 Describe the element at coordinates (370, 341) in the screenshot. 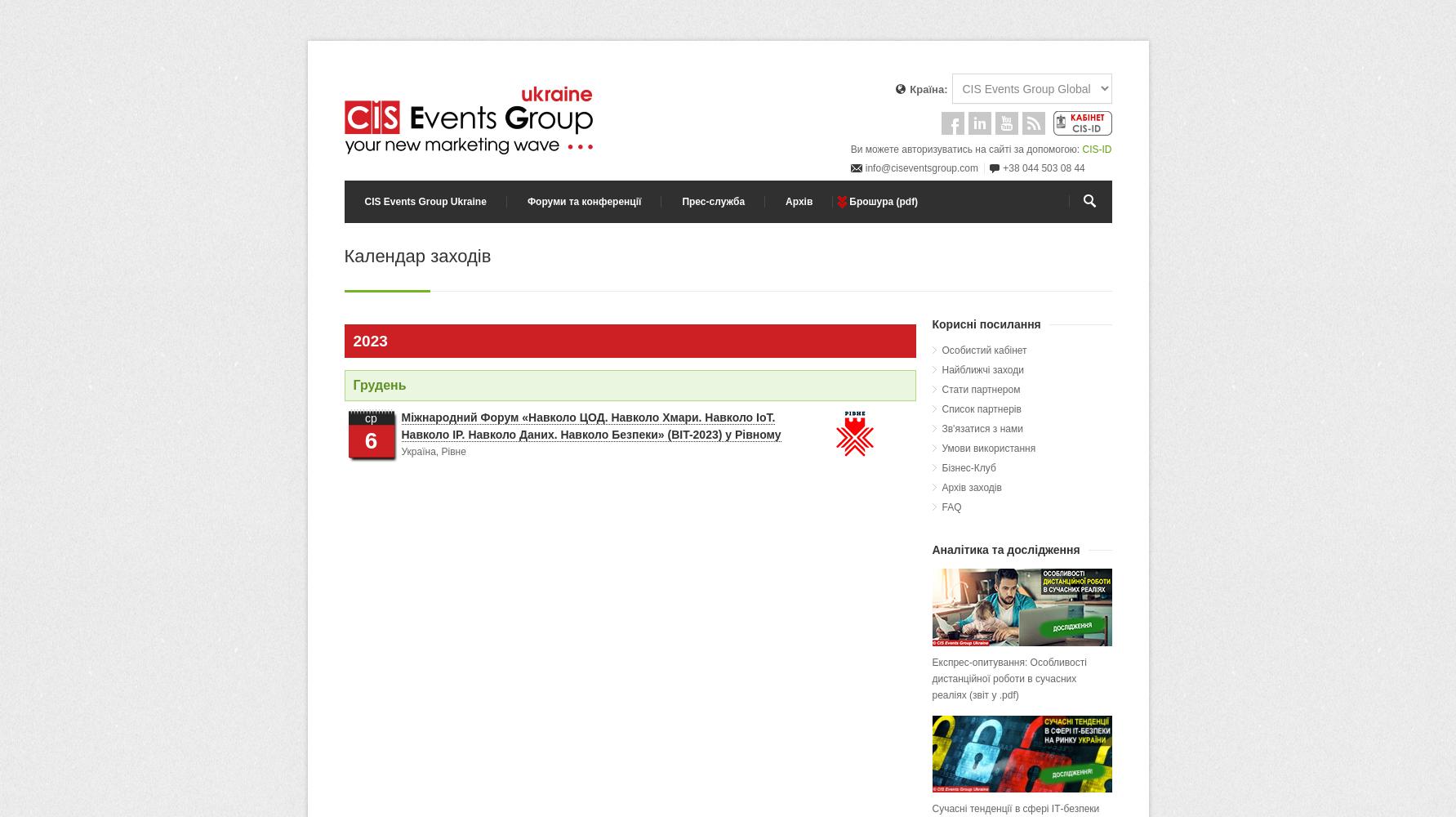

I see `'2023'` at that location.